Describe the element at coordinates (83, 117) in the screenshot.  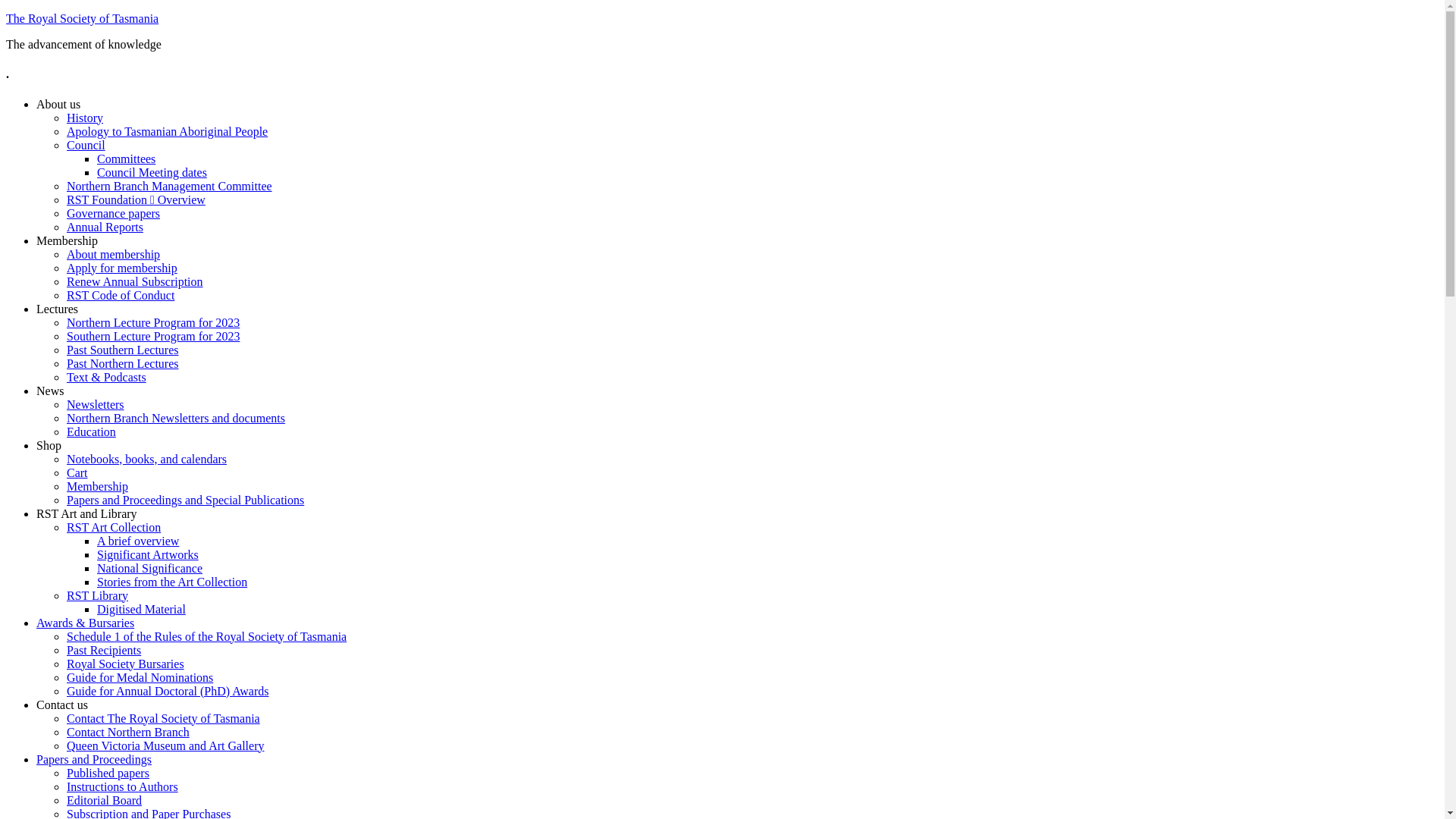
I see `'History'` at that location.